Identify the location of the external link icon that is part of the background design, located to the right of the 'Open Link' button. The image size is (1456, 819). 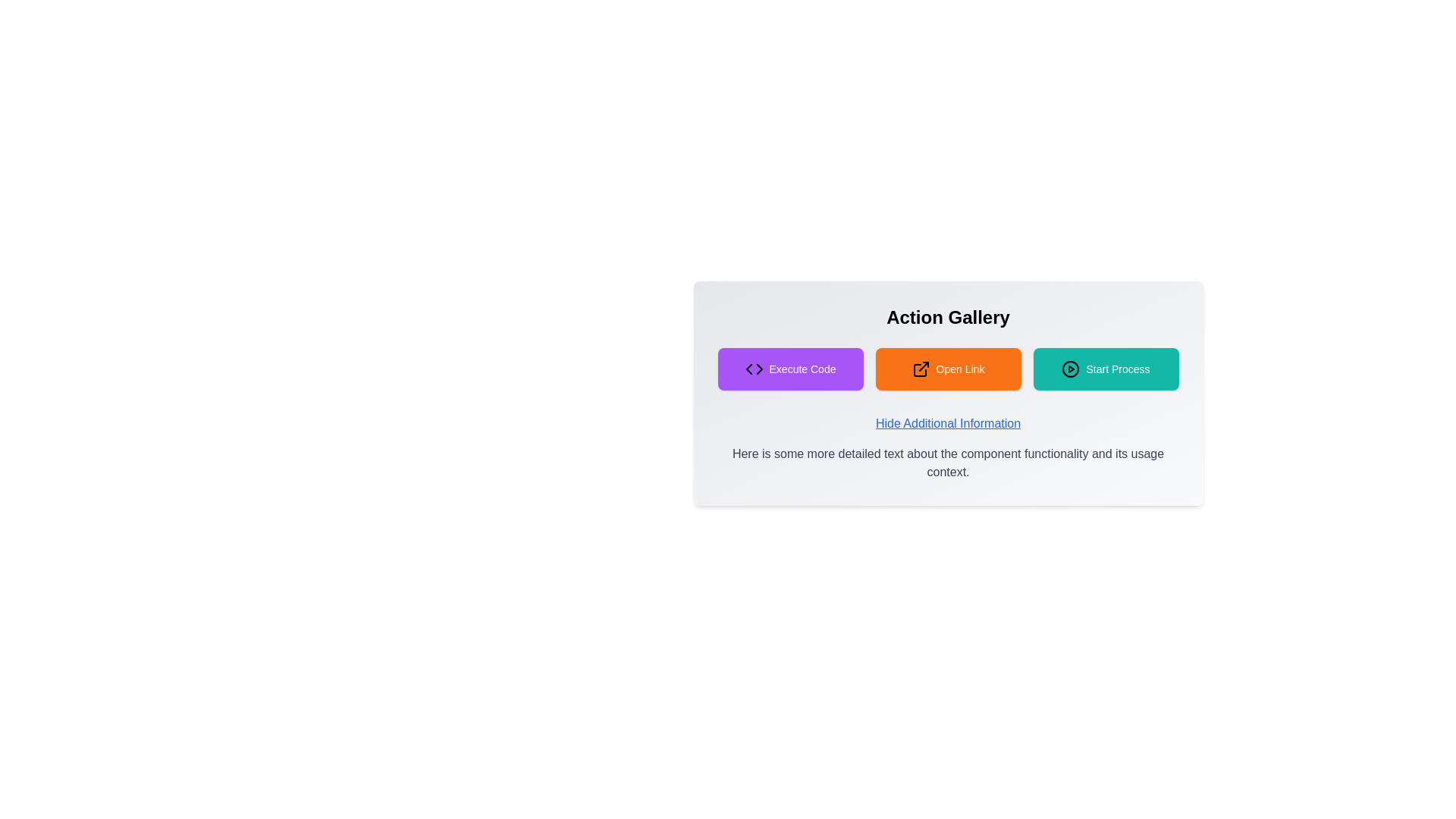
(919, 370).